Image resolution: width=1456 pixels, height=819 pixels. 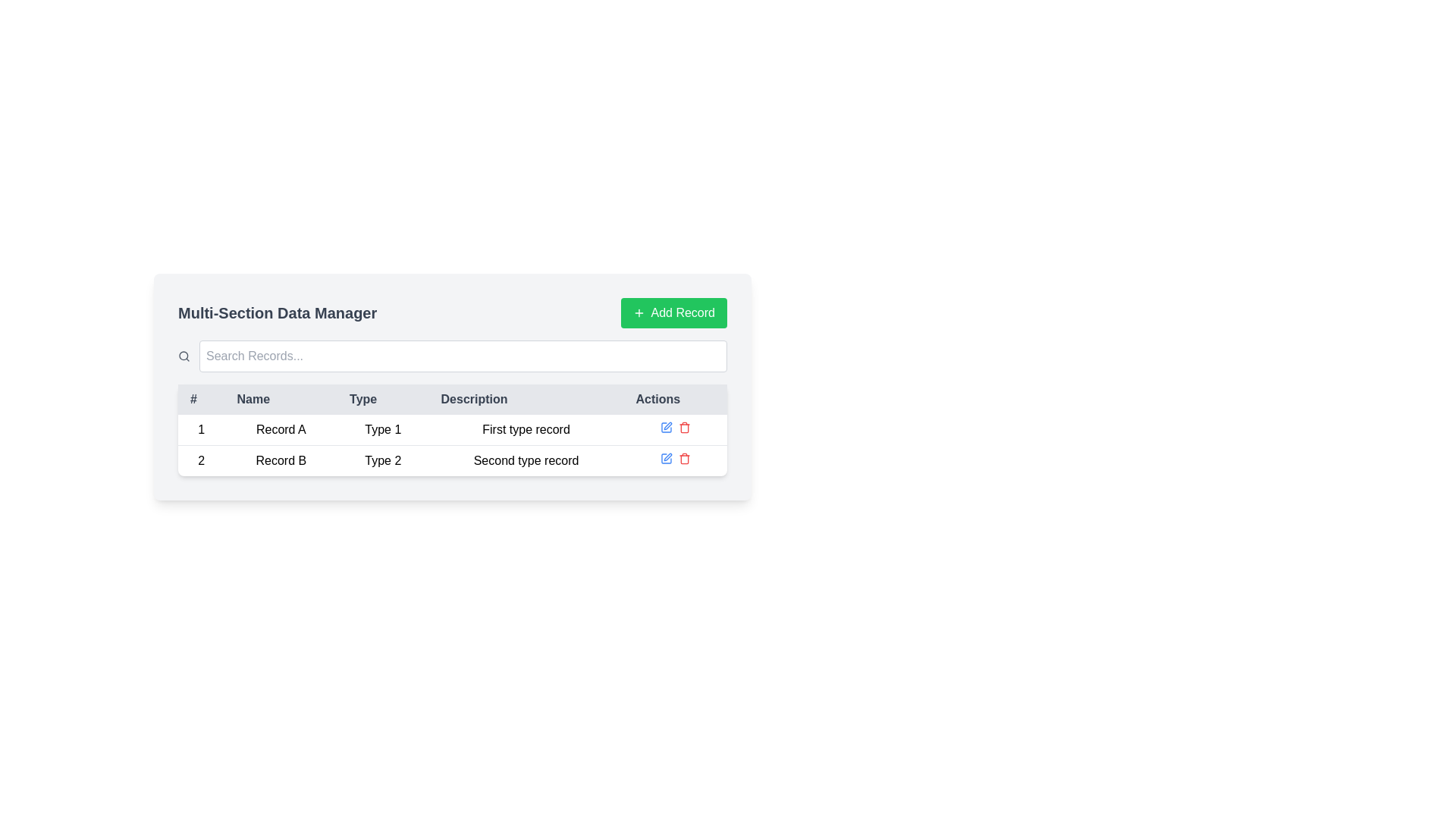 What do you see at coordinates (674, 460) in the screenshot?
I see `the Action Panel in the second row of the table under the 'Actions' header` at bounding box center [674, 460].